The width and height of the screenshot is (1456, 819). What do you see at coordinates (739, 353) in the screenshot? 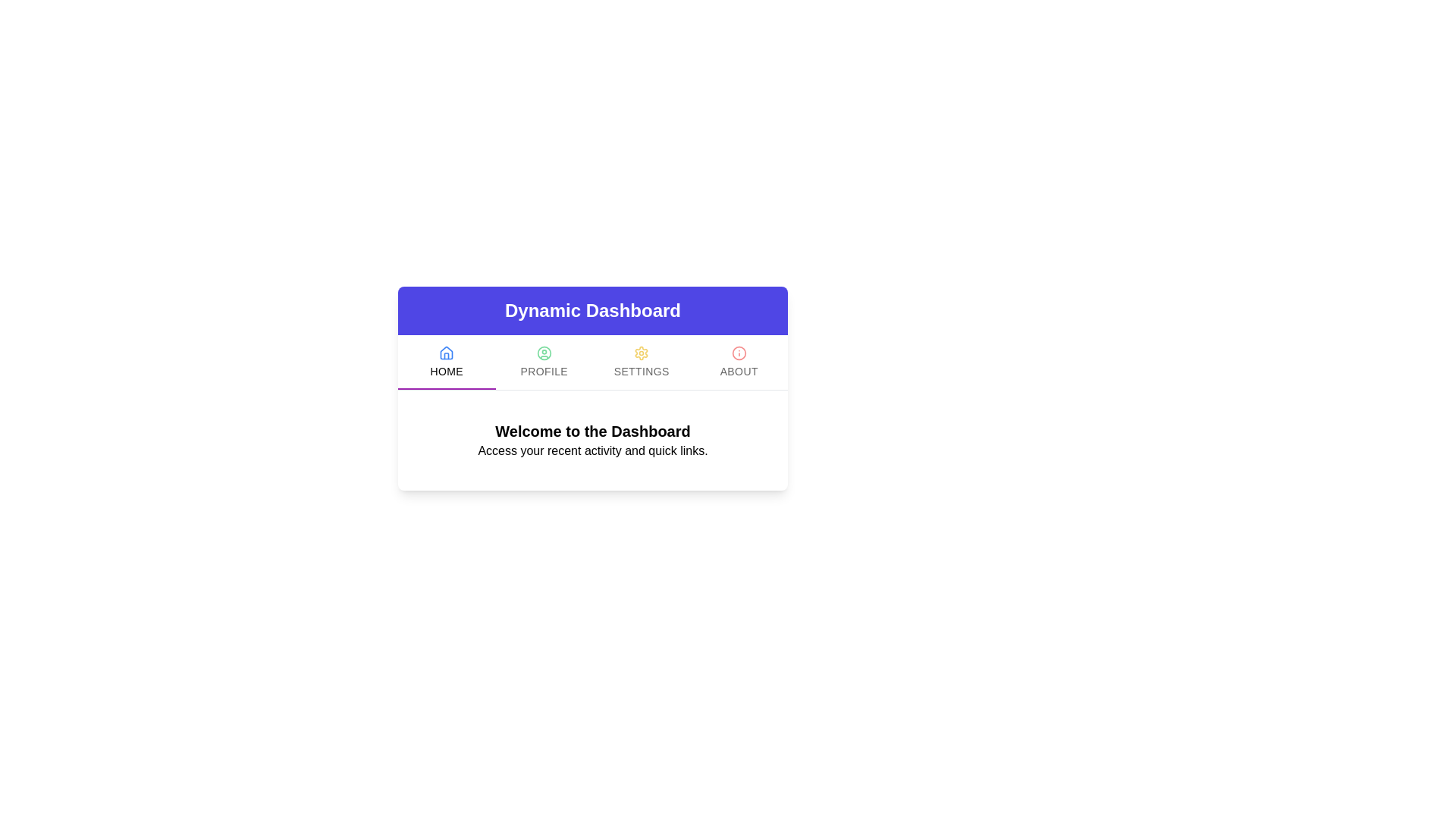
I see `the circular graphical component that represents the 'ABOUT' tab in the navigation menu, located at the top center of the dashboard` at bounding box center [739, 353].